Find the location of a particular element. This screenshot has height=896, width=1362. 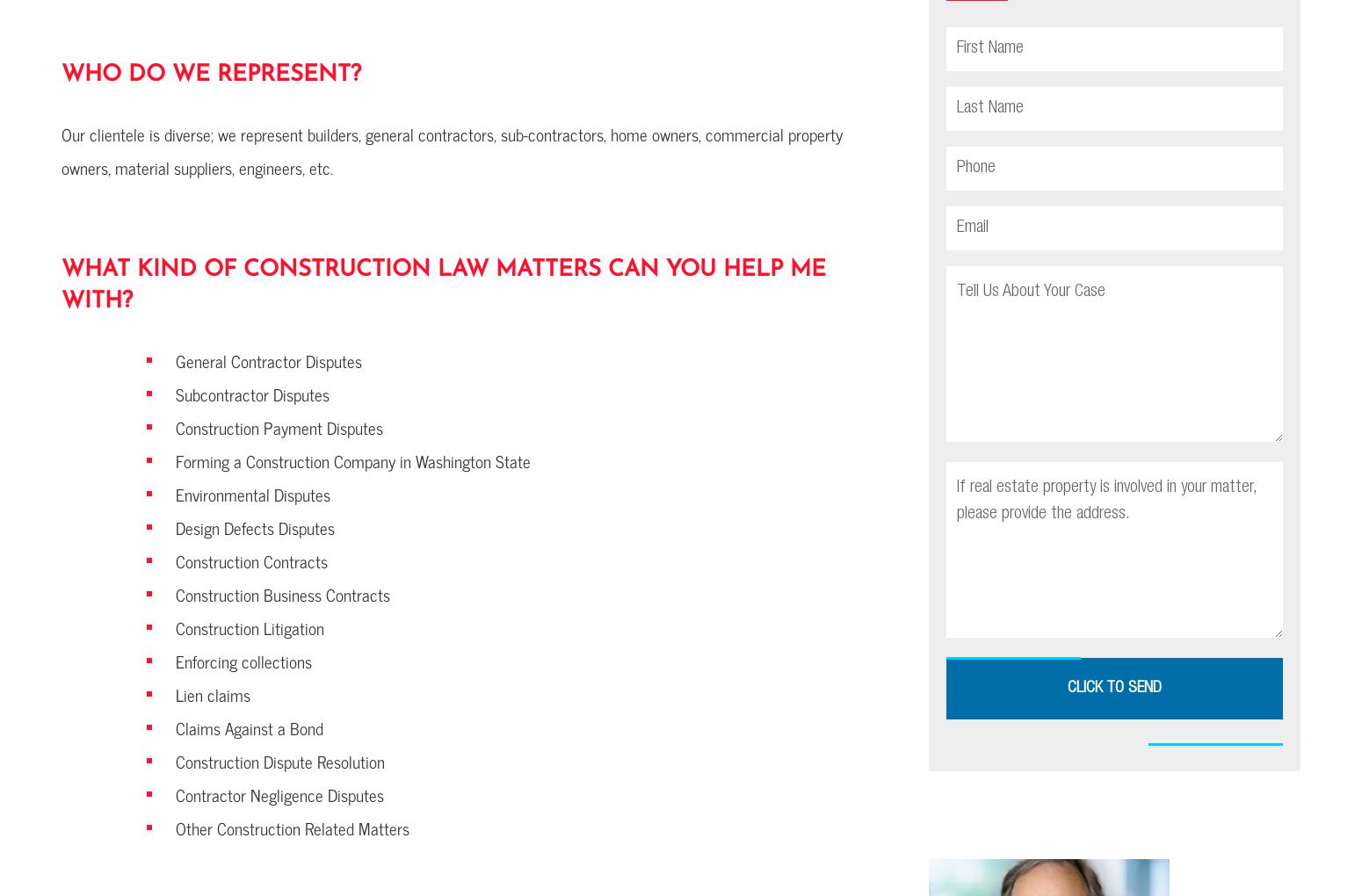

'Design Defects Disputes' is located at coordinates (255, 526).